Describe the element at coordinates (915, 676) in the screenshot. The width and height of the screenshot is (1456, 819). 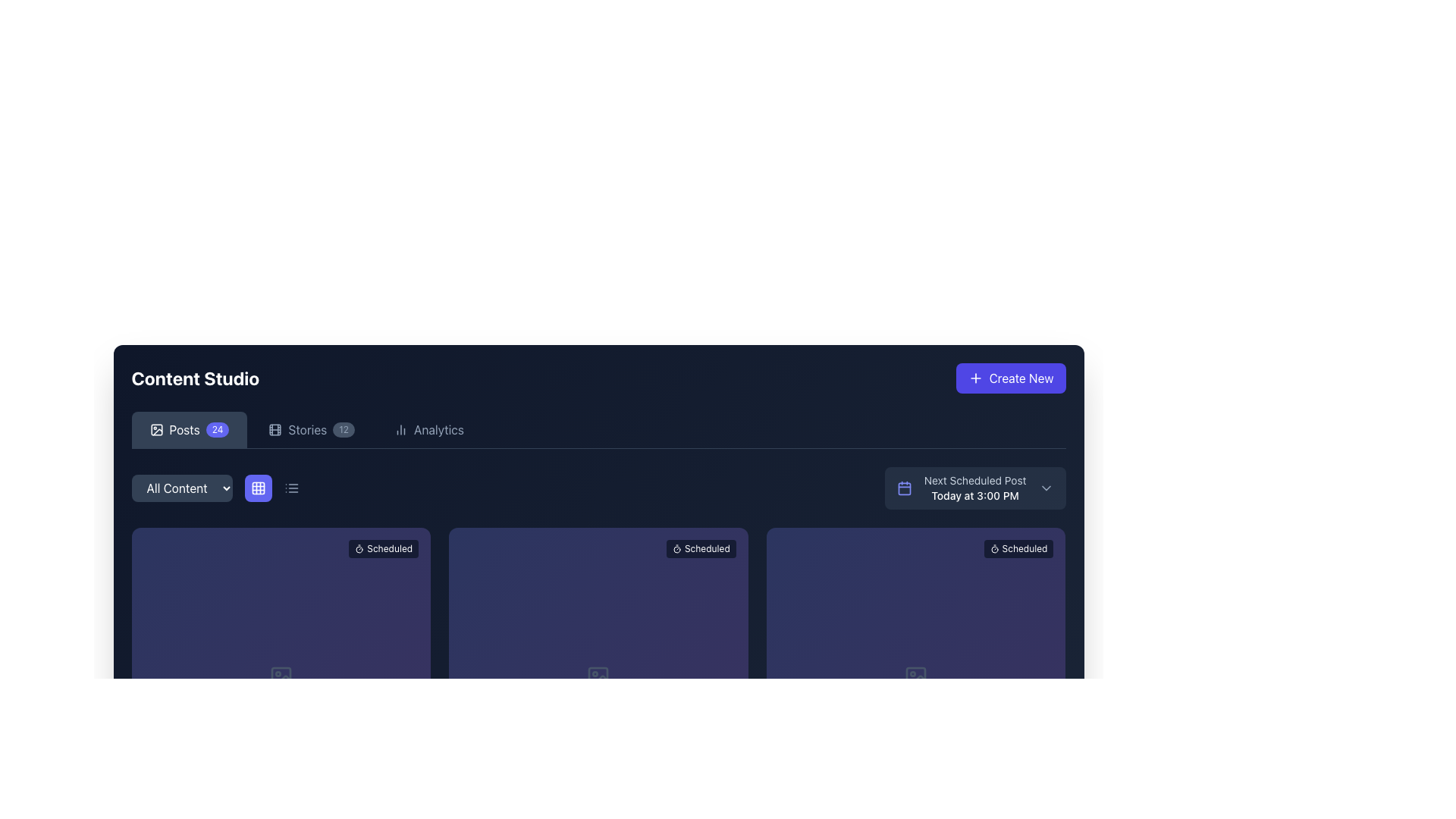
I see `the image icon styled component with a rounded square and circle, located at the bottom center of the scheduled posts section, if it is interactive` at that location.